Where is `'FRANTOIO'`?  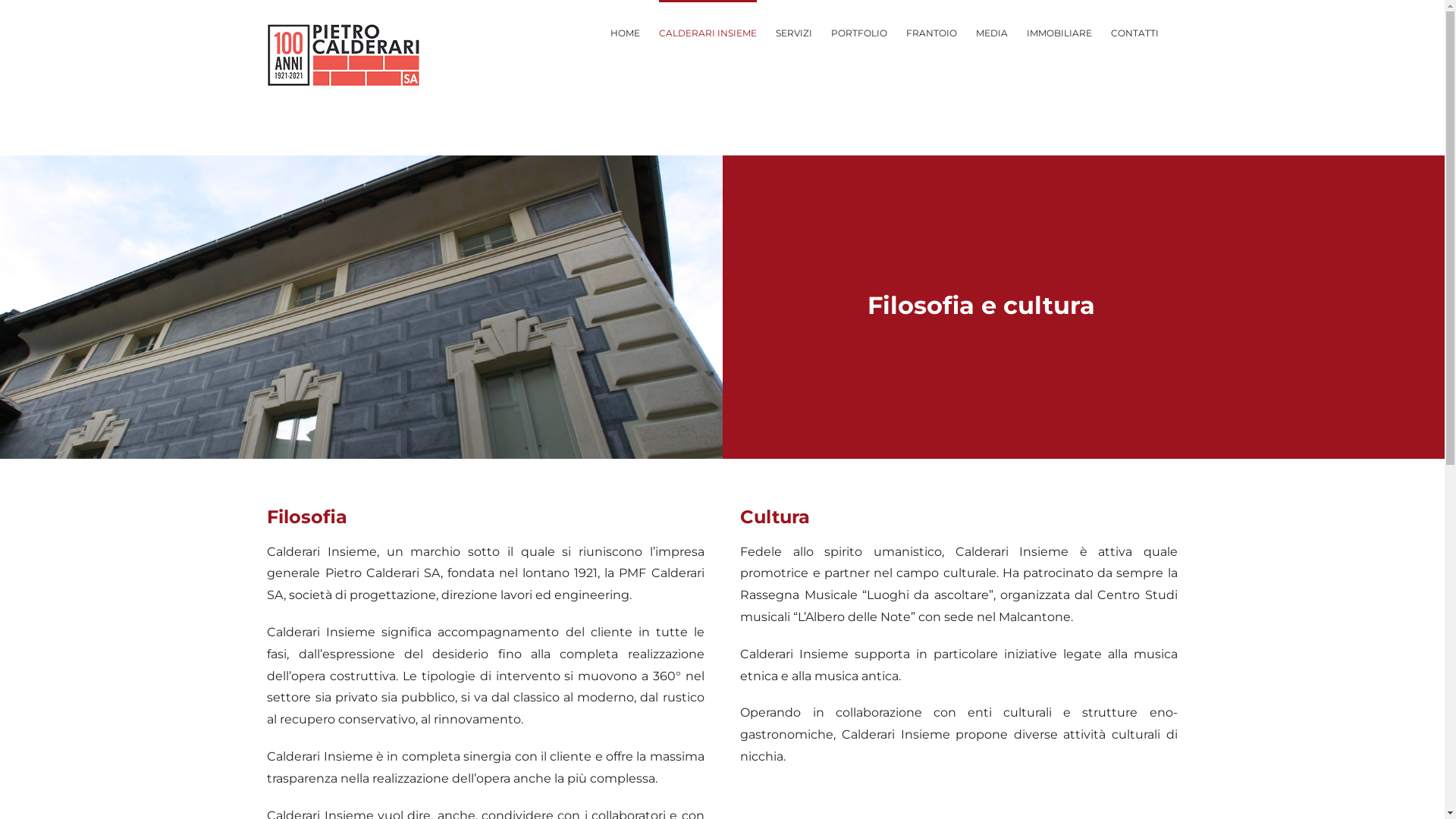 'FRANTOIO' is located at coordinates (930, 32).